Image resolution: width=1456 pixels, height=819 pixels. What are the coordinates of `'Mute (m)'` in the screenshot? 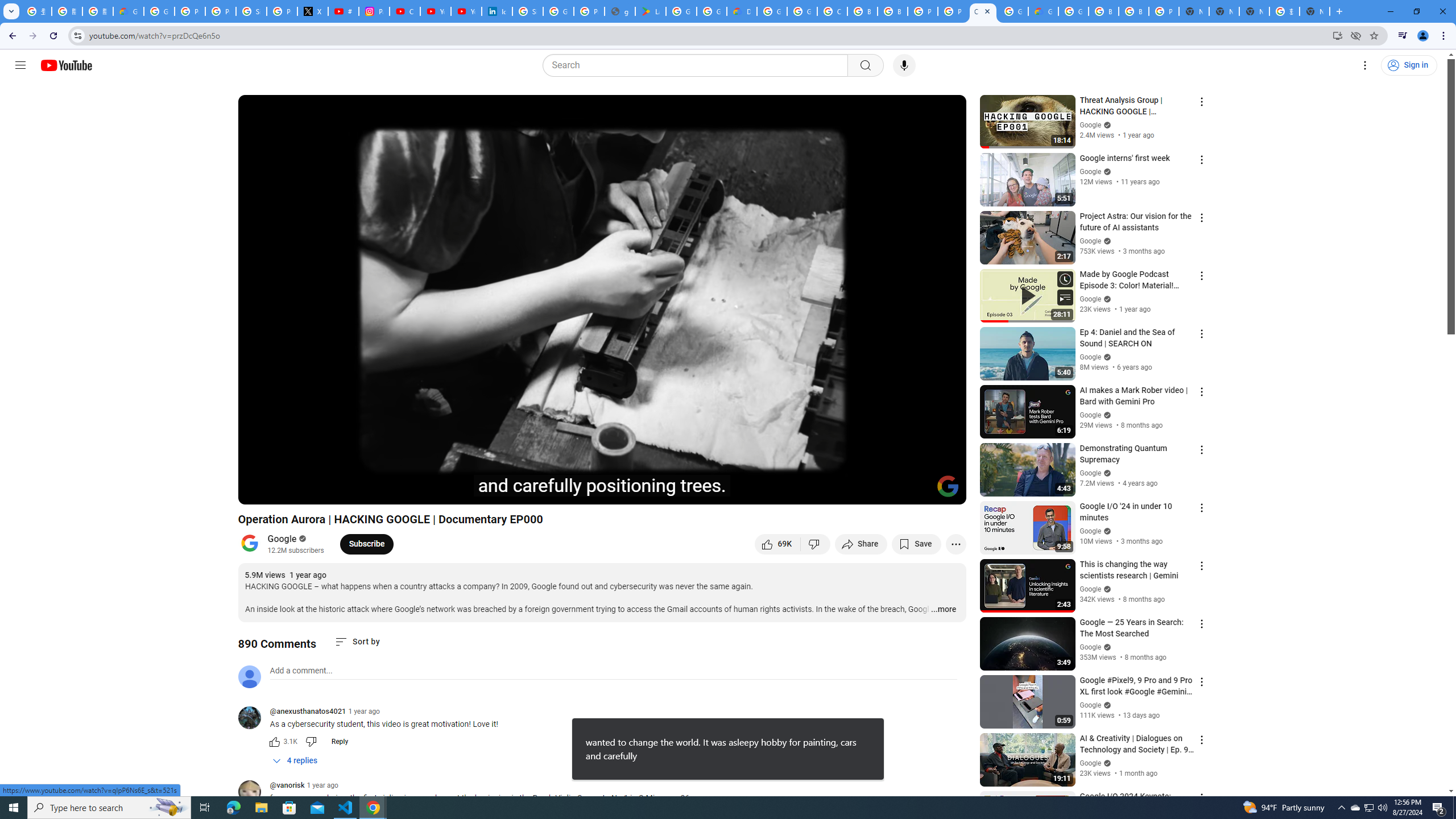 It's located at (312, 490).